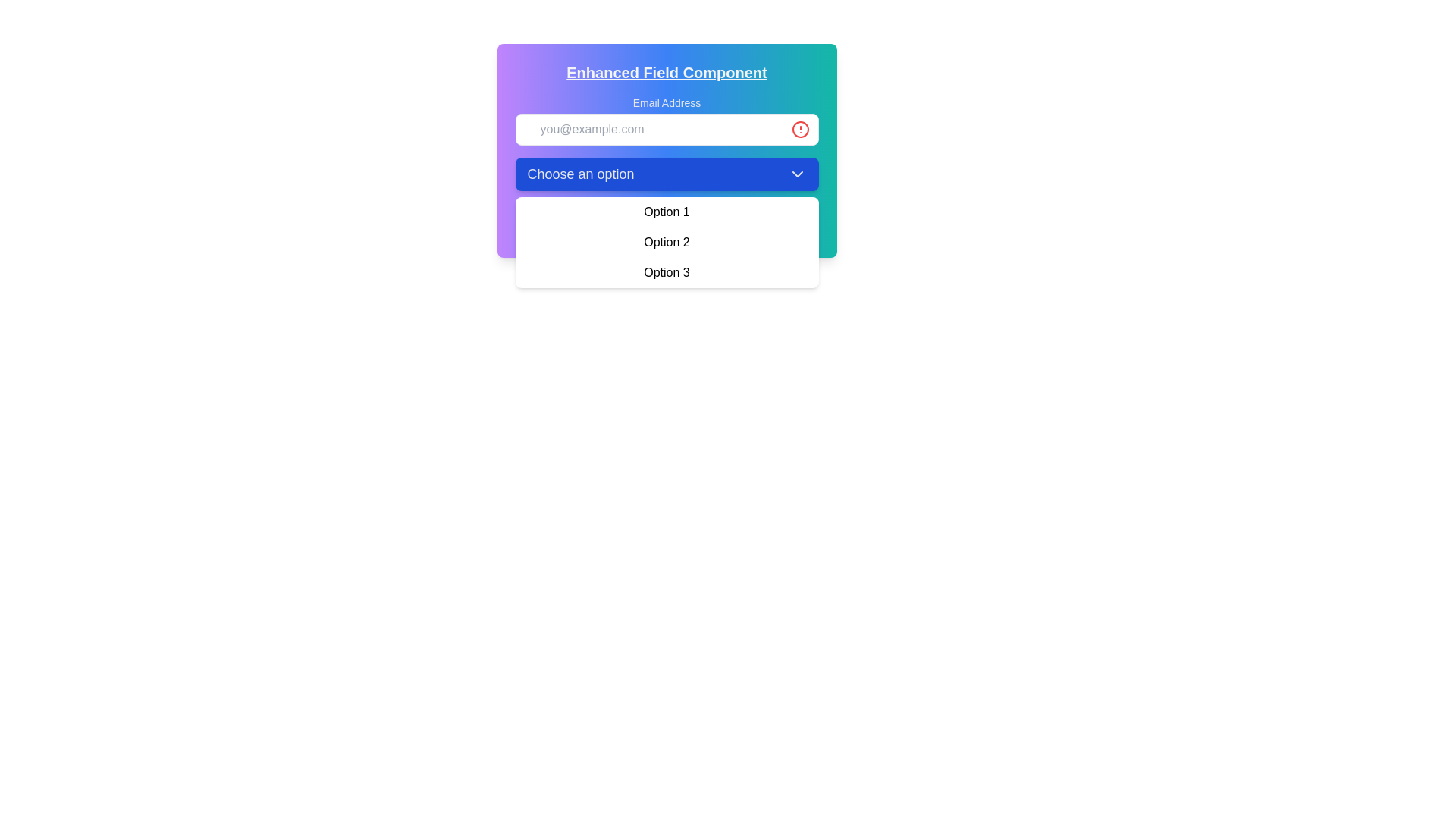  I want to click on the dropdown menu located beneath the 'Choose an option' button, which allows users to select from displayed text options, so click(667, 242).